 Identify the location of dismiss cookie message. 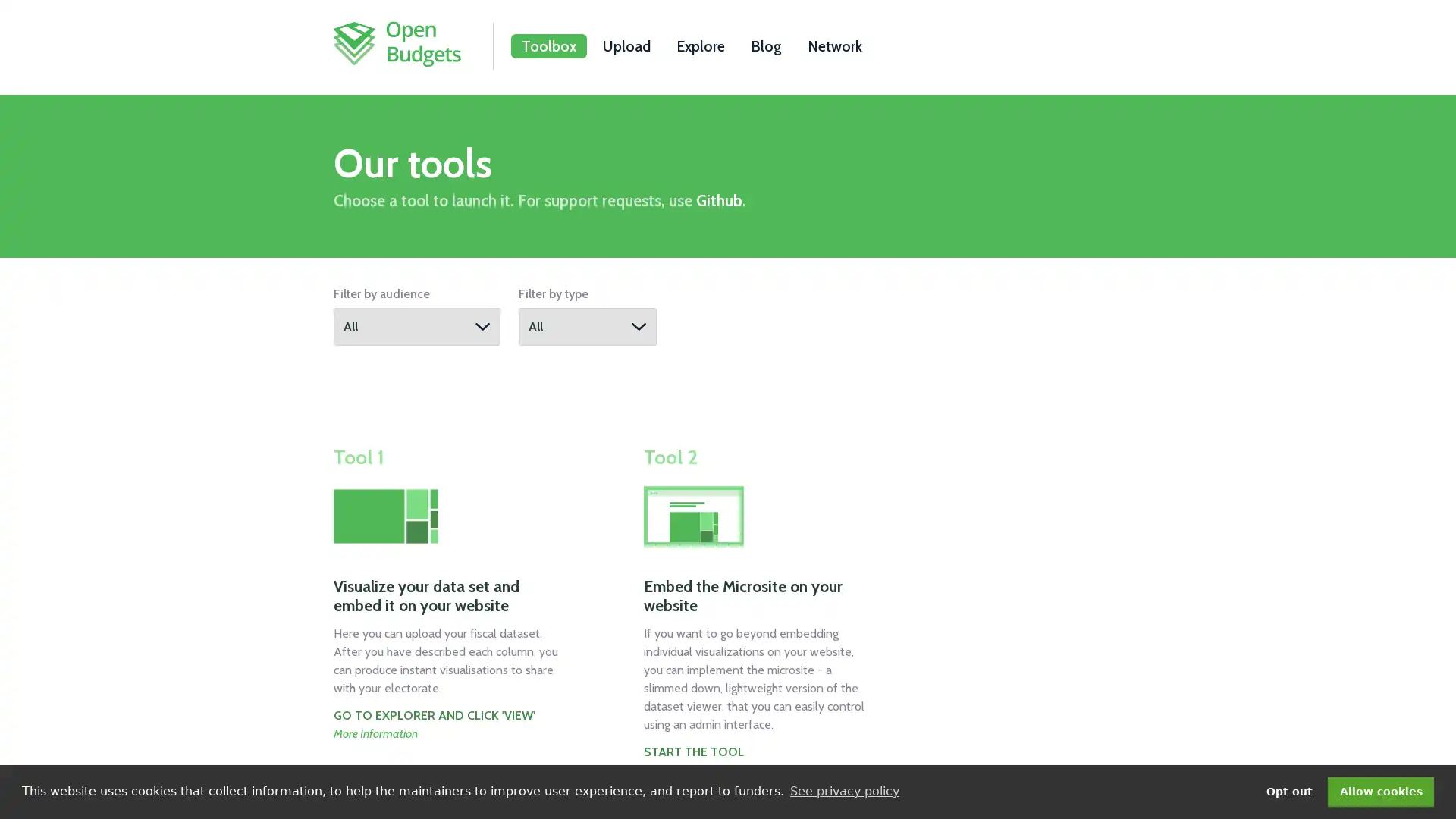
(1380, 791).